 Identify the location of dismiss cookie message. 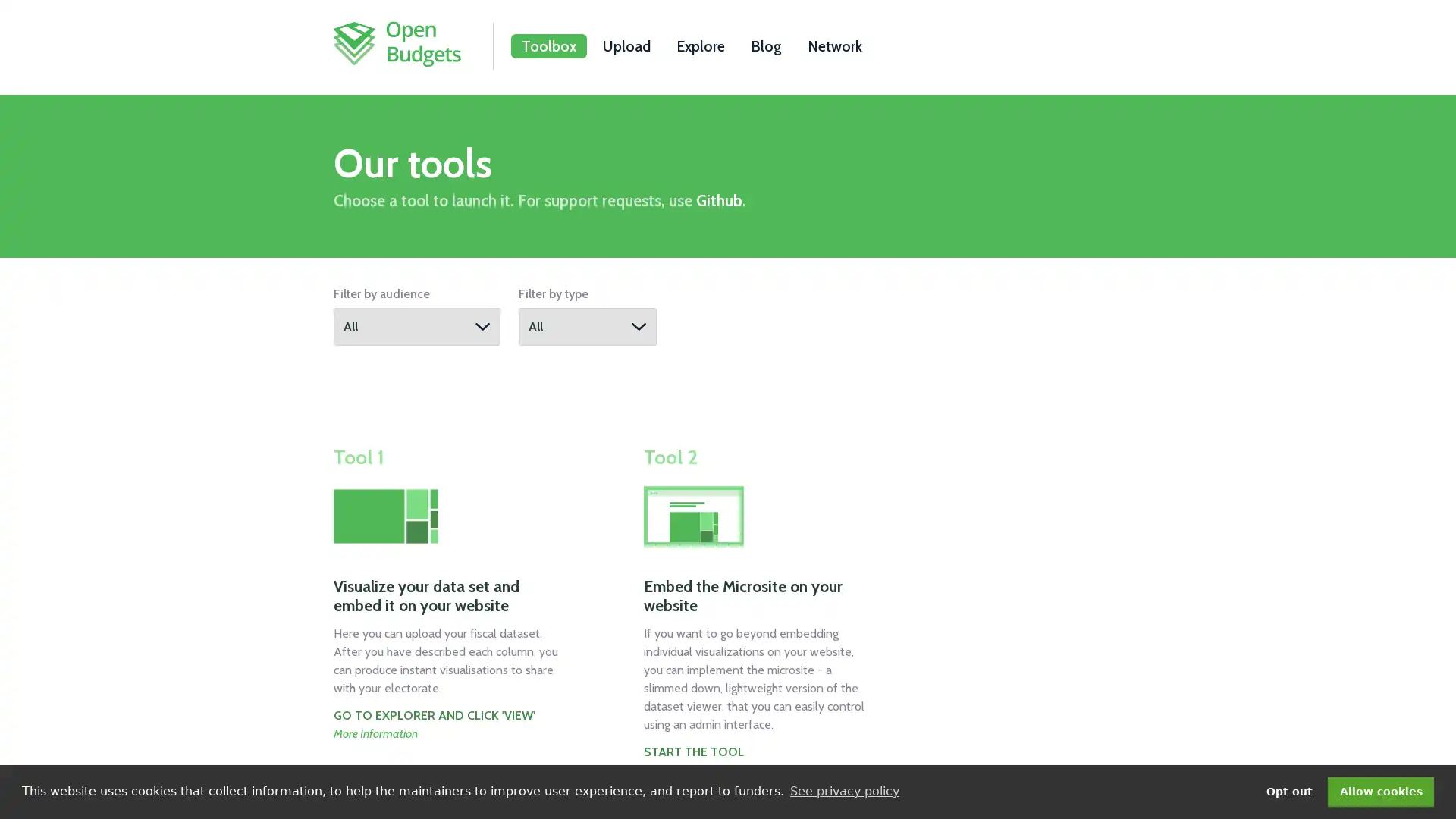
(1380, 791).